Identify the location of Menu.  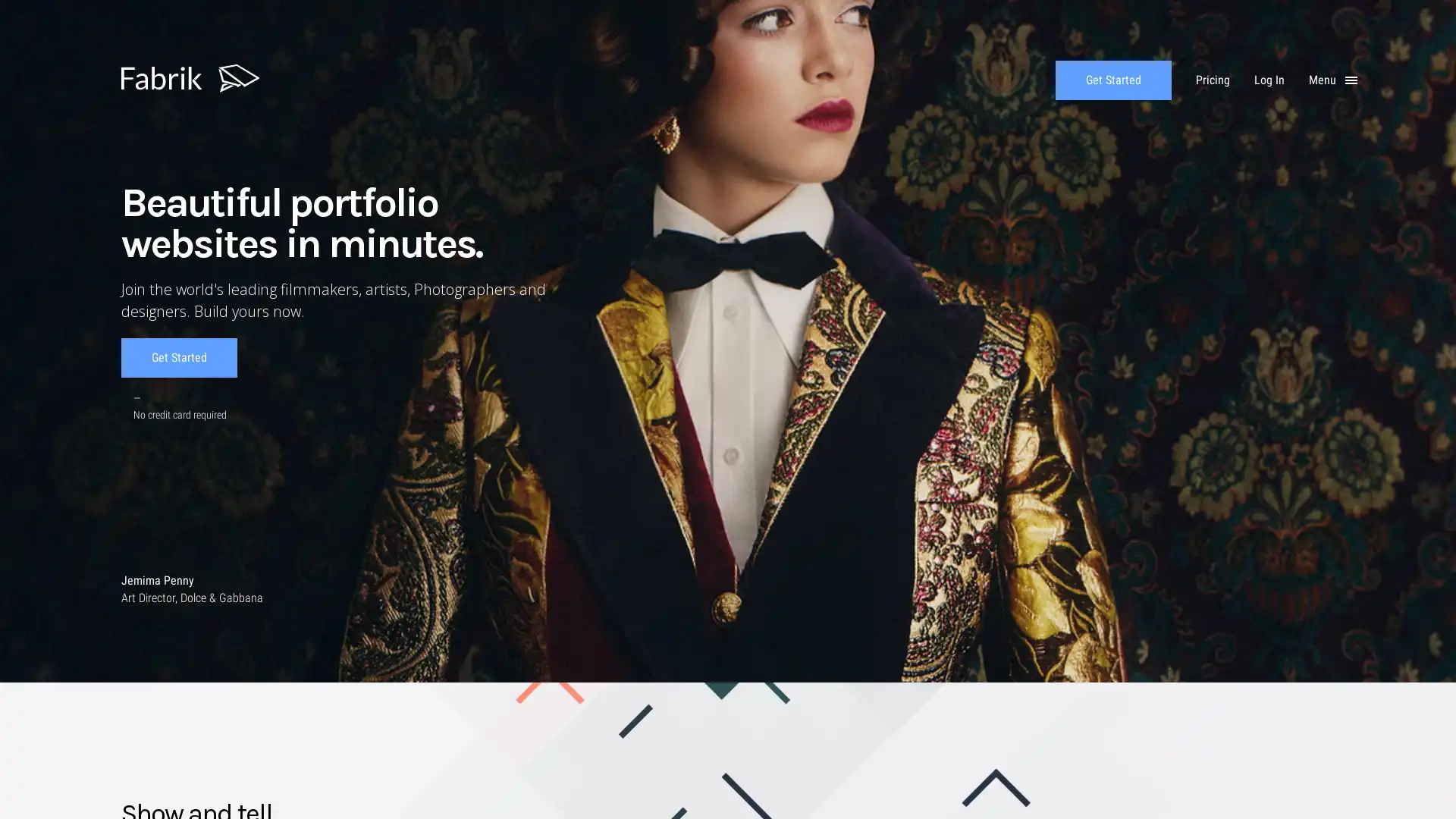
(1323, 80).